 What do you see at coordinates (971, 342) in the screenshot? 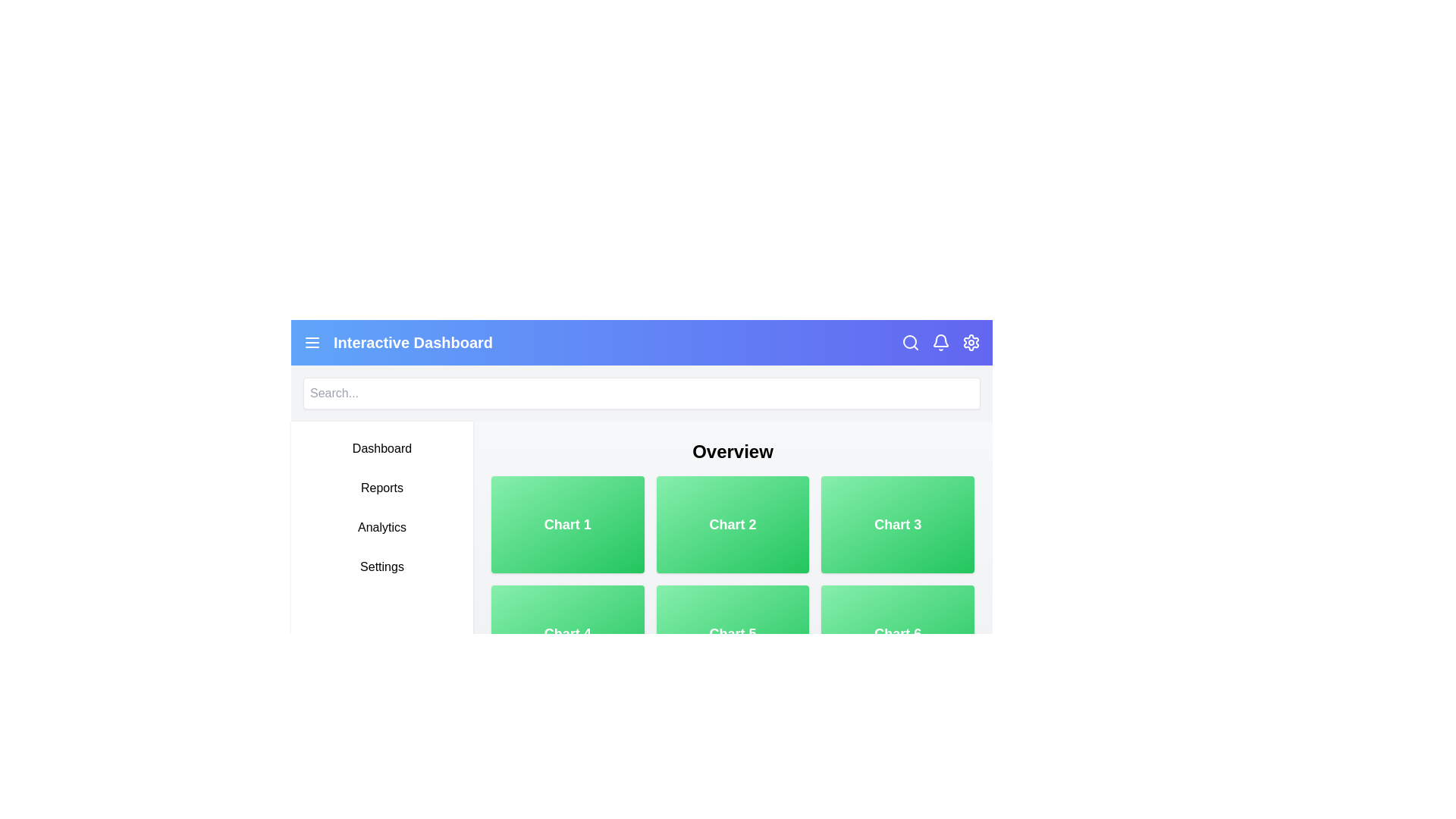
I see `the settings icon to open the settings menu` at bounding box center [971, 342].